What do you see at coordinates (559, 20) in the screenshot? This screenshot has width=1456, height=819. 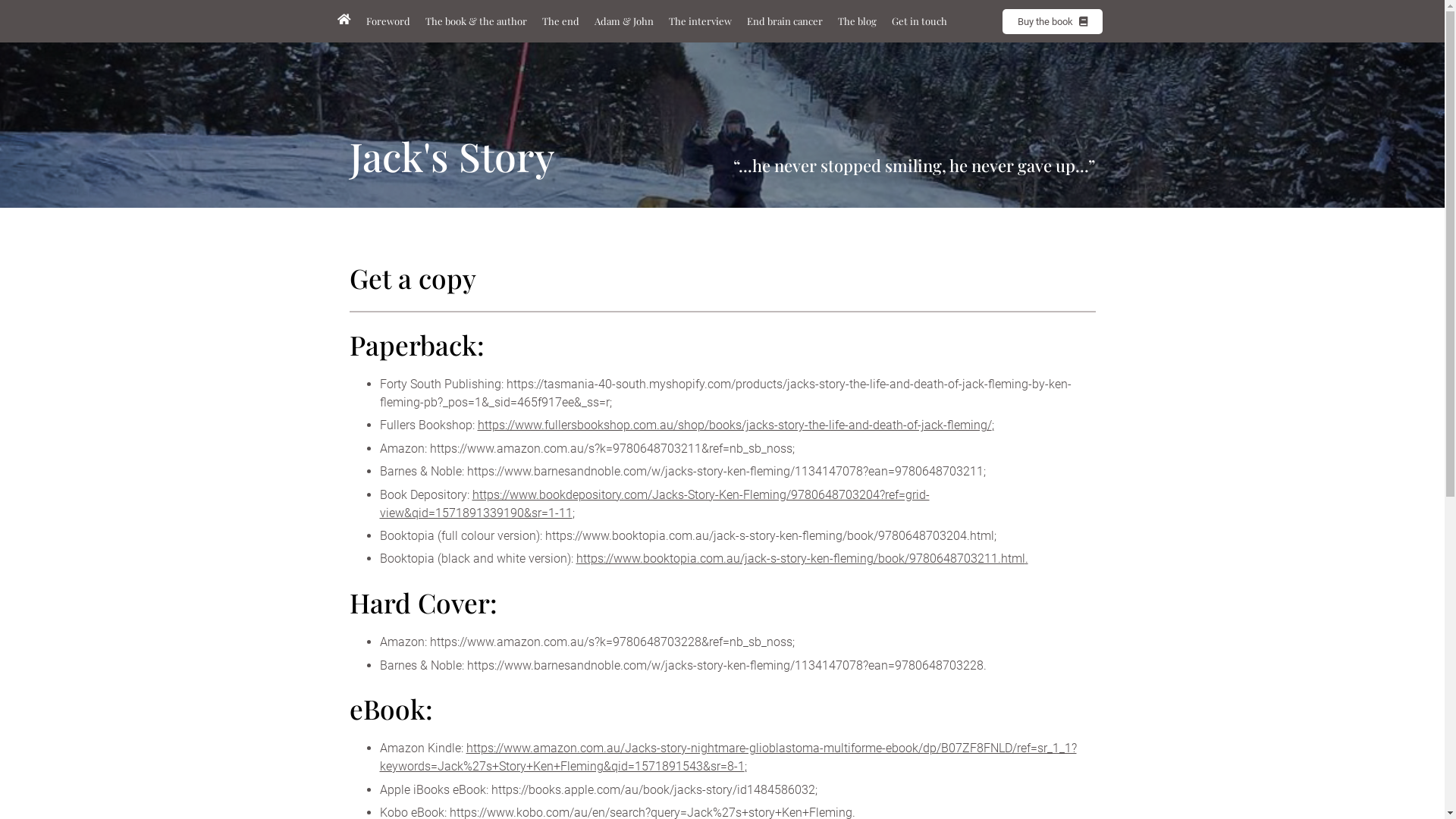 I see `'The end'` at bounding box center [559, 20].